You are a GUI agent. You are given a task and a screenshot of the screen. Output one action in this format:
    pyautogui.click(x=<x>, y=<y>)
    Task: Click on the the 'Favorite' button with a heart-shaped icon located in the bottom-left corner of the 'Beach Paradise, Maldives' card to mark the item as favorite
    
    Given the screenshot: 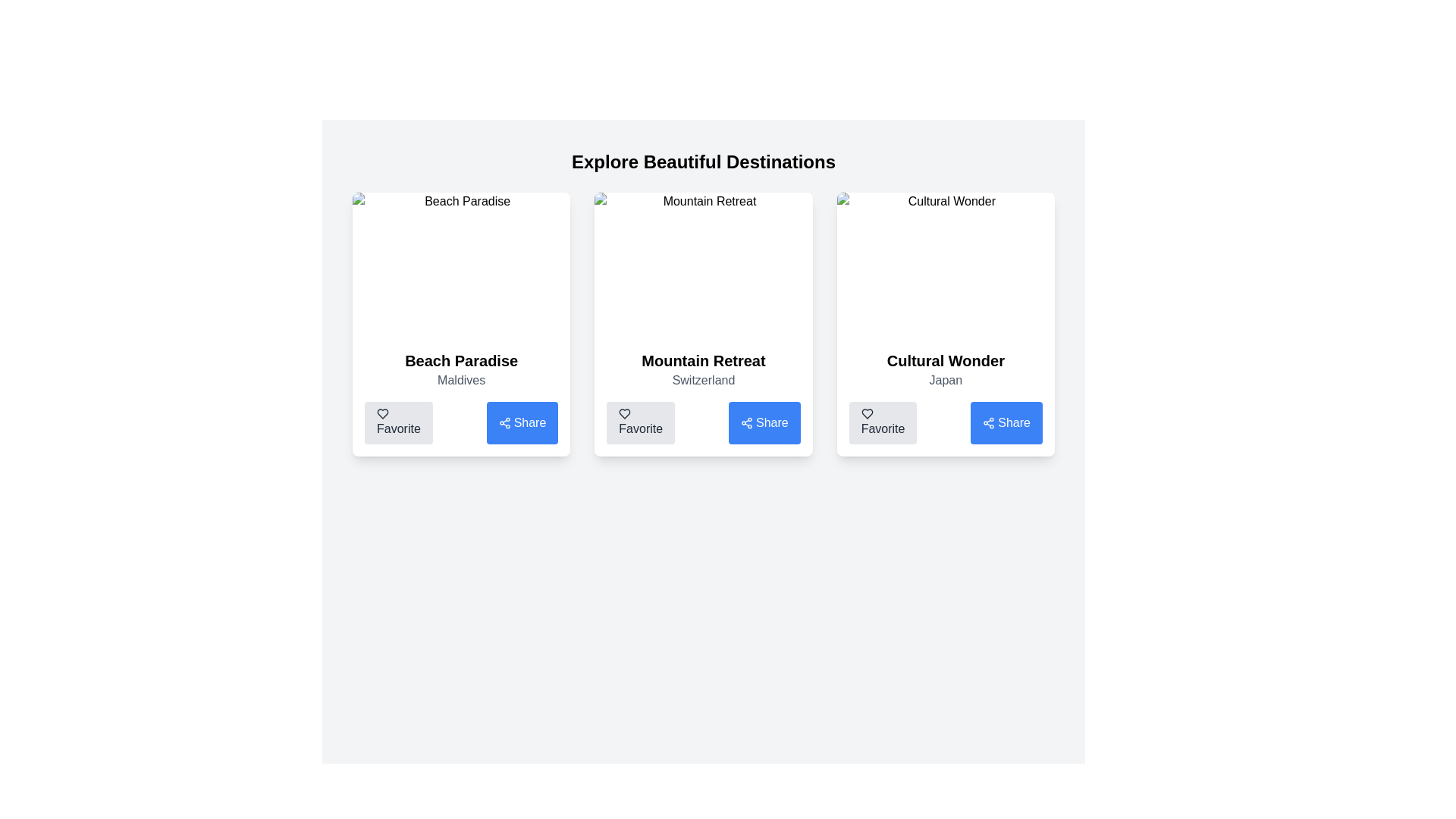 What is the action you would take?
    pyautogui.click(x=398, y=423)
    